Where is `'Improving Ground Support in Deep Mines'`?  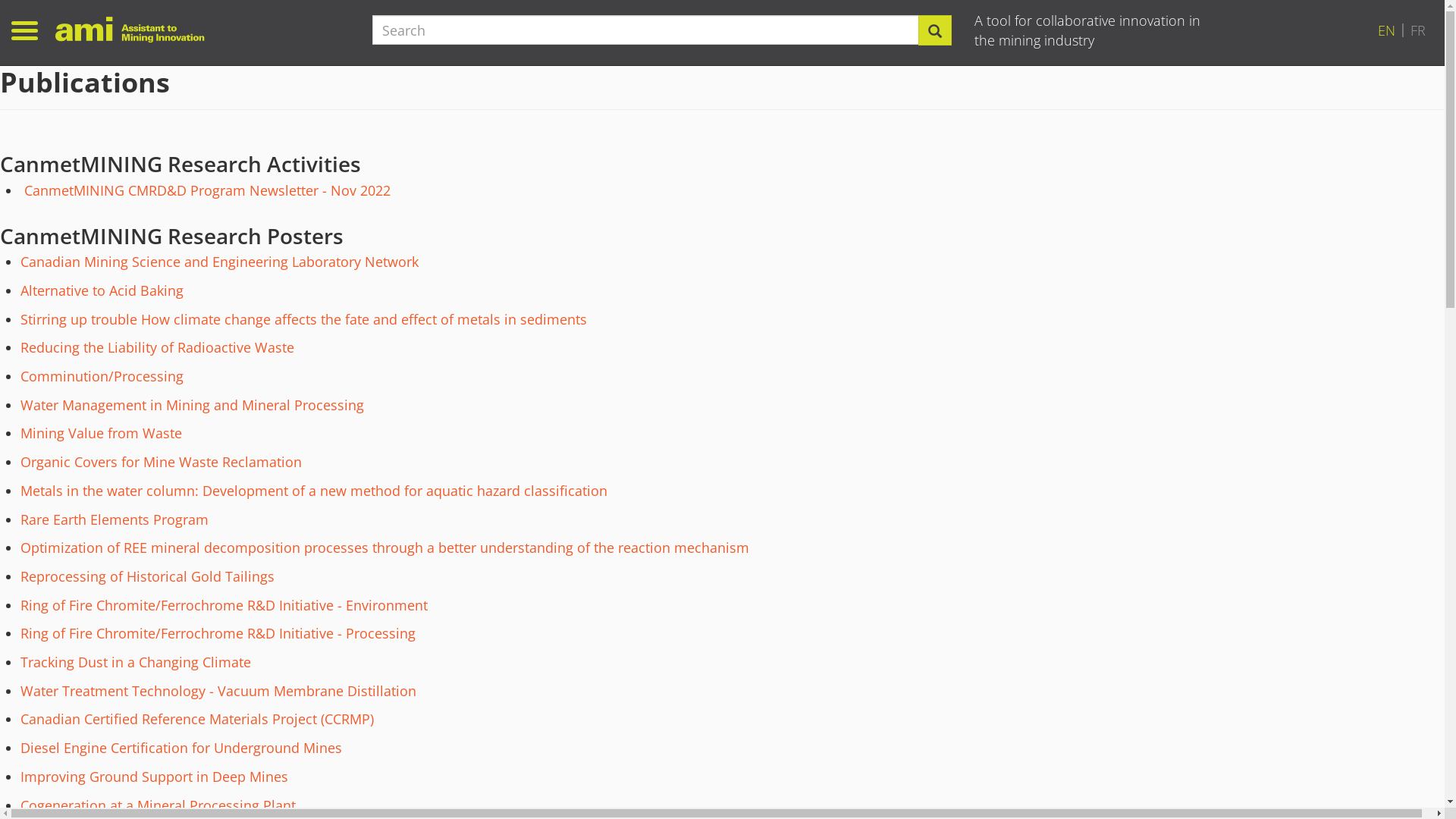
'Improving Ground Support in Deep Mines' is located at coordinates (154, 776).